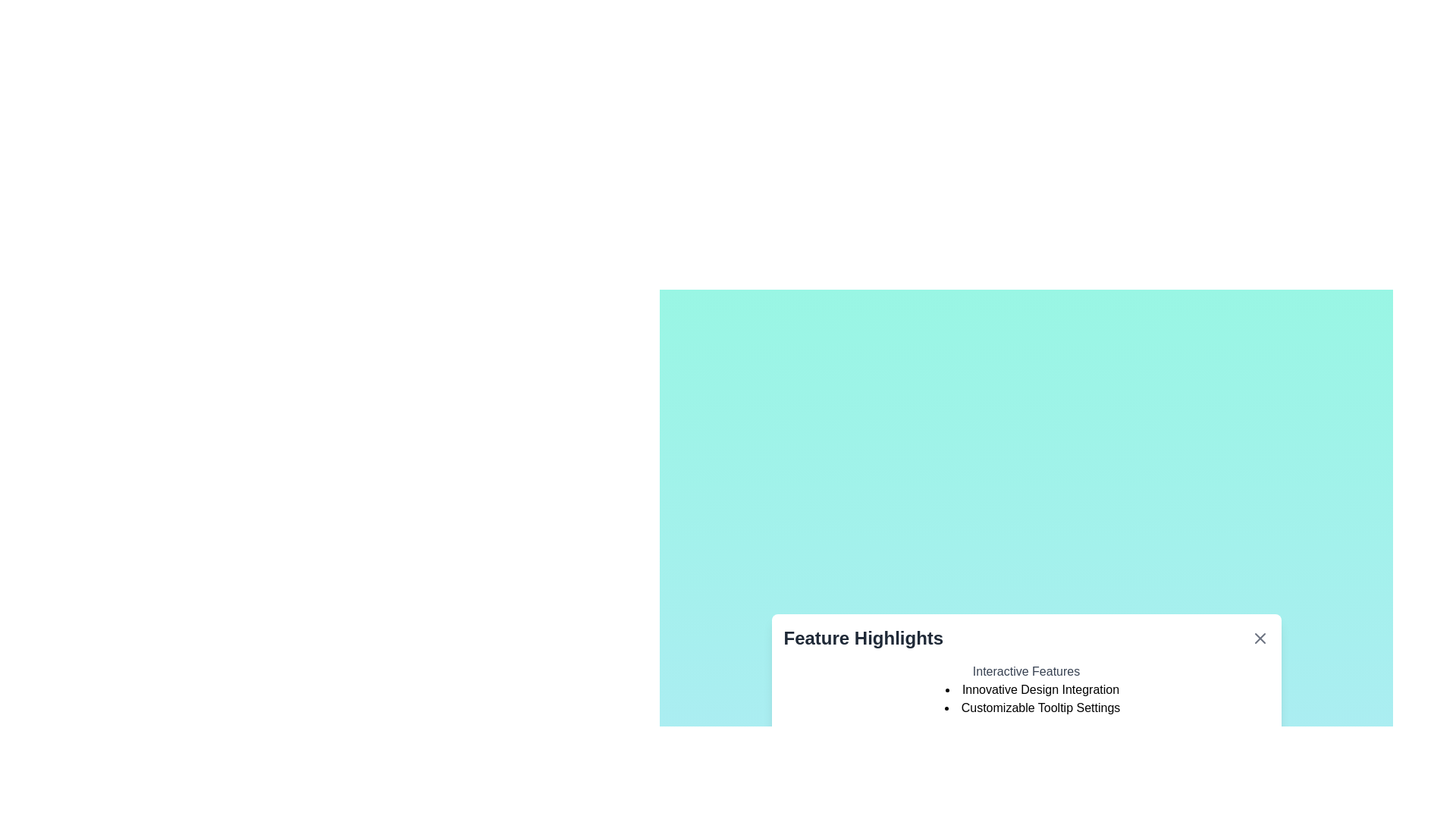 The width and height of the screenshot is (1456, 819). Describe the element at coordinates (997, 754) in the screenshot. I see `the SVG Circle element, which is a circular vector shape with a border stroke and no fill, located at the bottom center of the layout beneath the 'Feature Highlights' section` at that location.